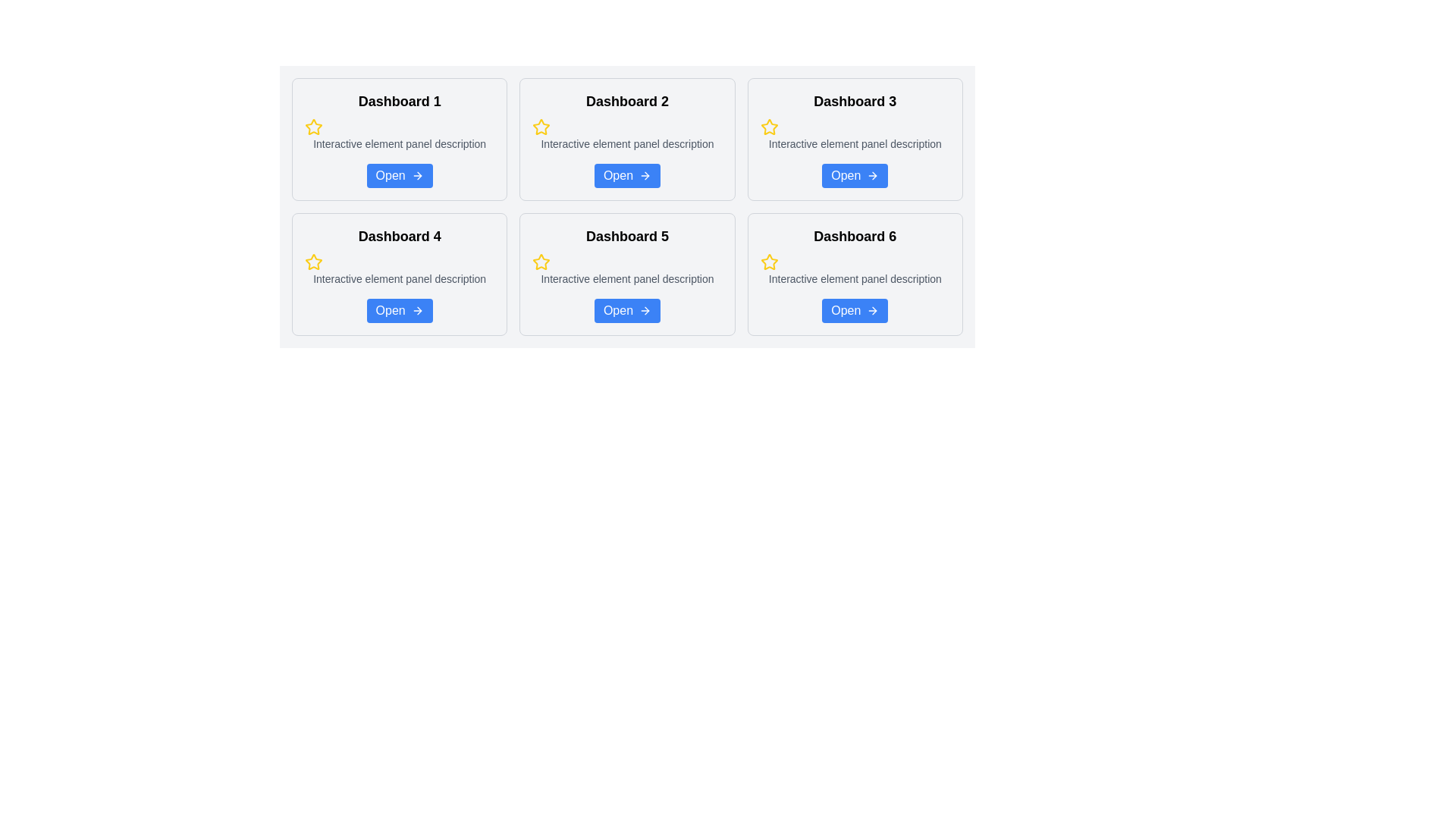 This screenshot has height=819, width=1456. Describe the element at coordinates (855, 309) in the screenshot. I see `the button located in the bottom-right section of the 'Dashboard 6' card` at that location.